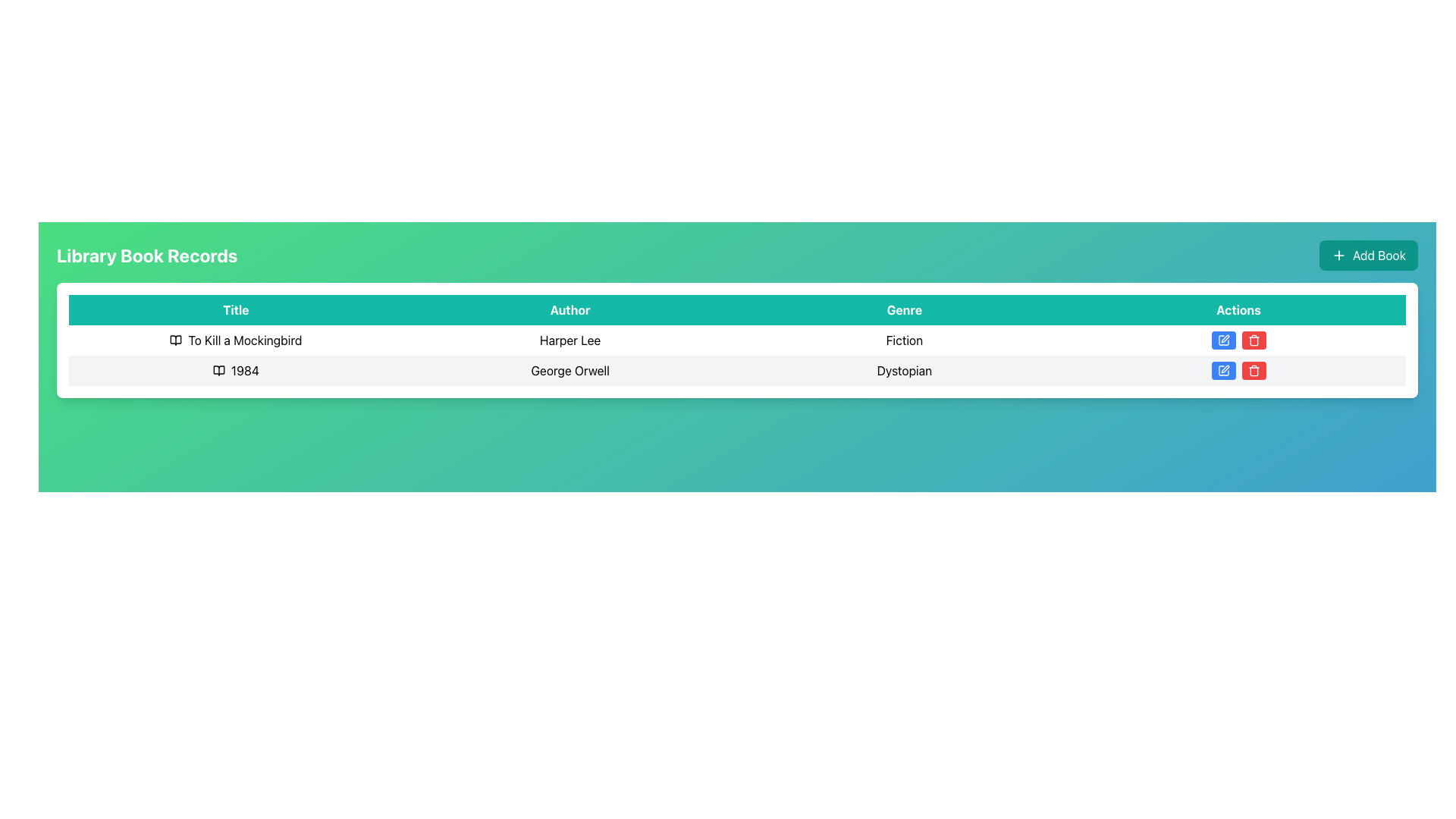 This screenshot has height=819, width=1456. I want to click on text displayed in the Text Label representing the author 'Harper Lee' located in the second column of the first data row in a table structure, so click(570, 339).